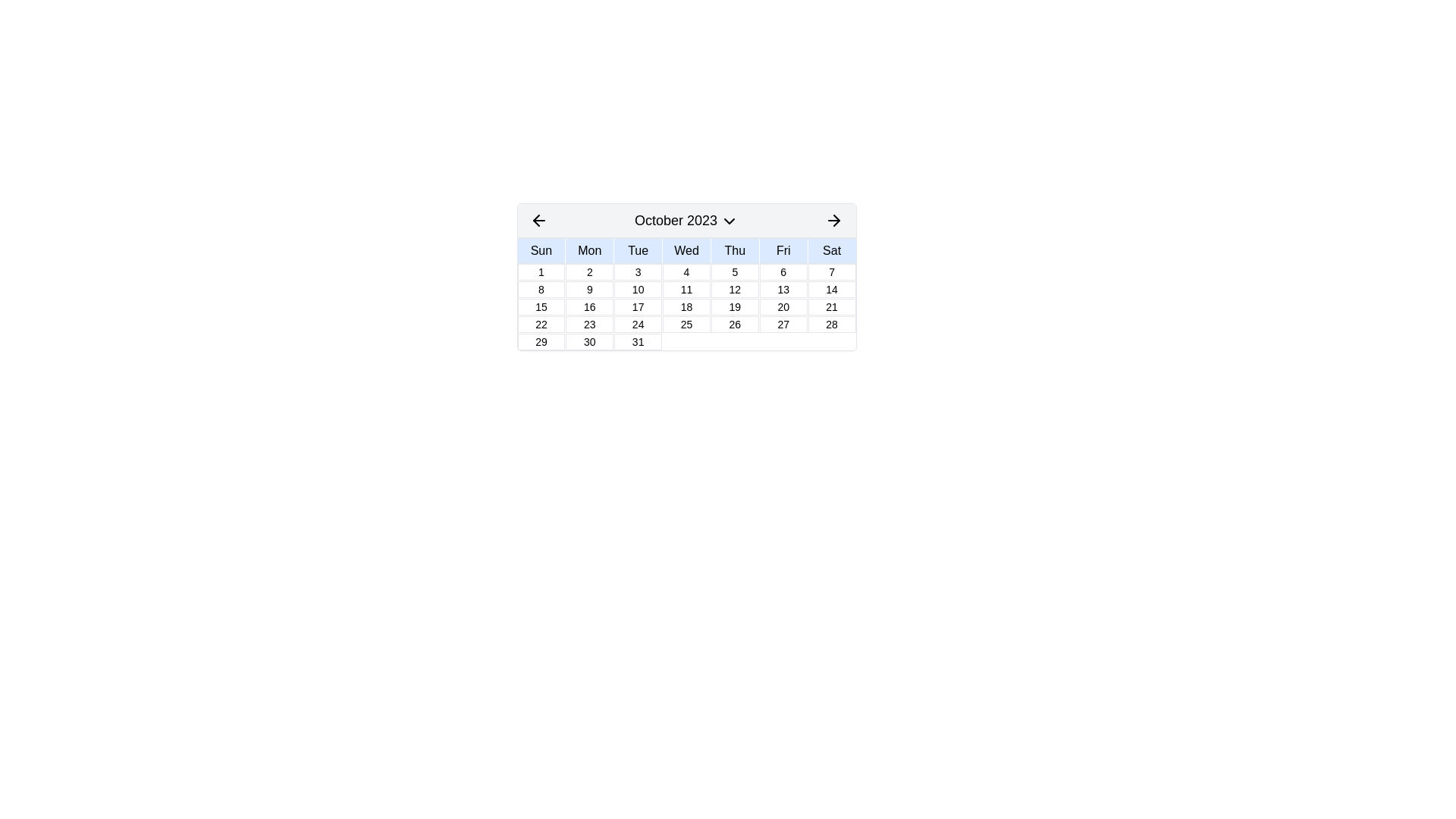  I want to click on the calendar cell displaying the number '15', so click(541, 307).